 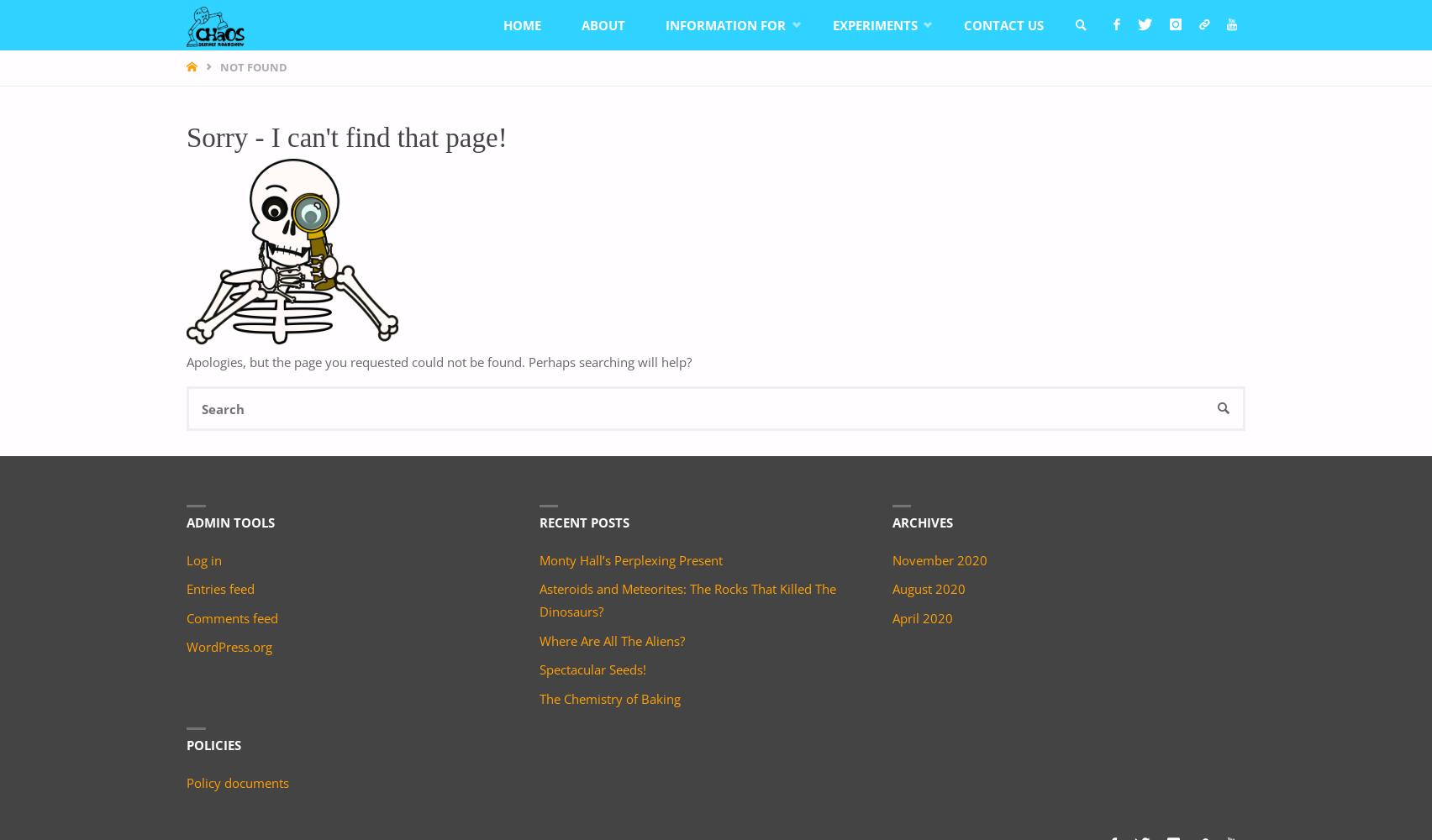 What do you see at coordinates (591, 669) in the screenshot?
I see `'Spectacular Seeds!'` at bounding box center [591, 669].